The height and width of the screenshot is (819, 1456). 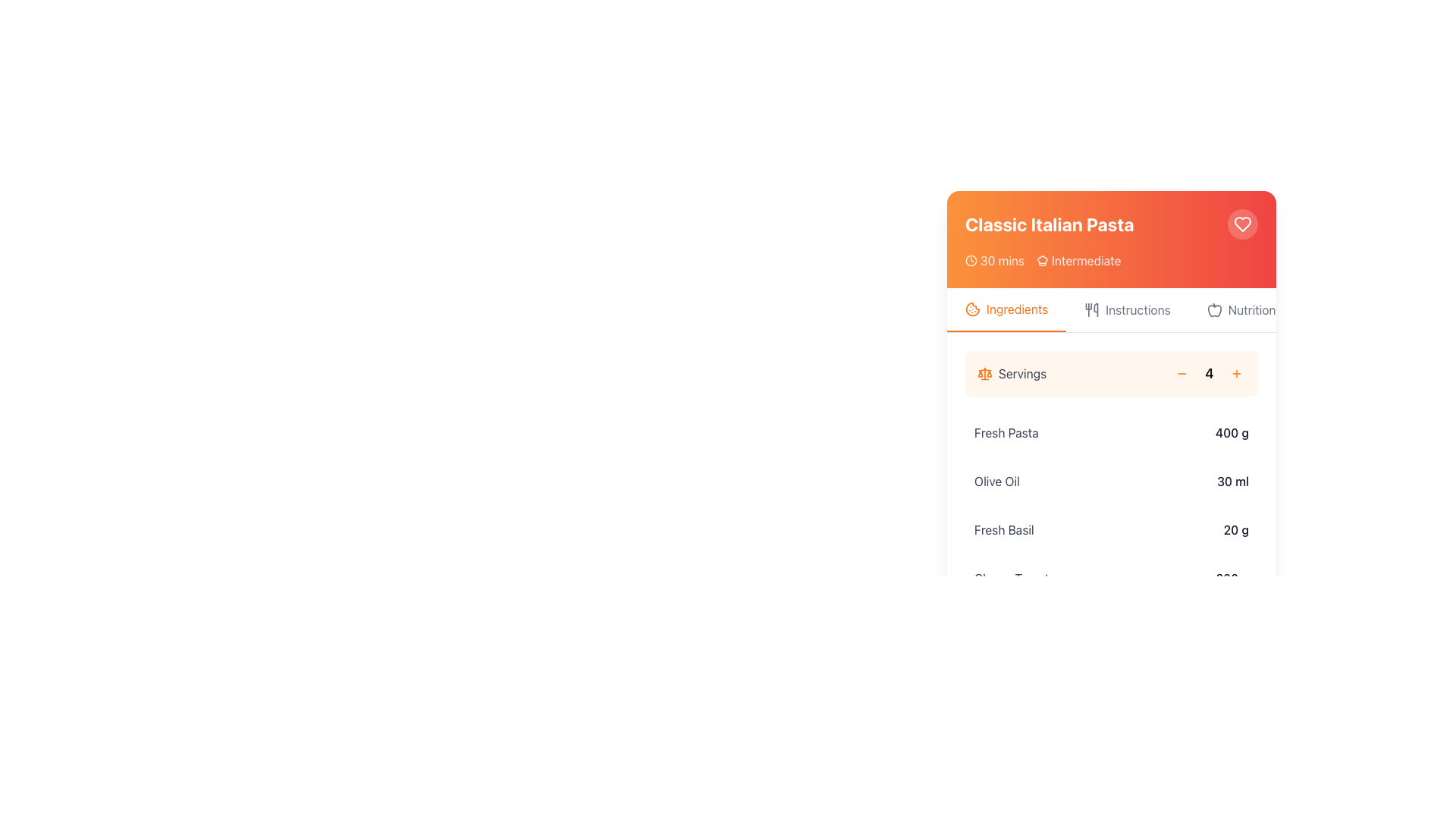 What do you see at coordinates (1002, 259) in the screenshot?
I see `the text label displaying '30 mins' in orange-orange gradient styling, which is positioned adjacent to a clock-like icon and followed by the label 'Intermediate', as it is interactive and may be linked to filters or time settings` at bounding box center [1002, 259].